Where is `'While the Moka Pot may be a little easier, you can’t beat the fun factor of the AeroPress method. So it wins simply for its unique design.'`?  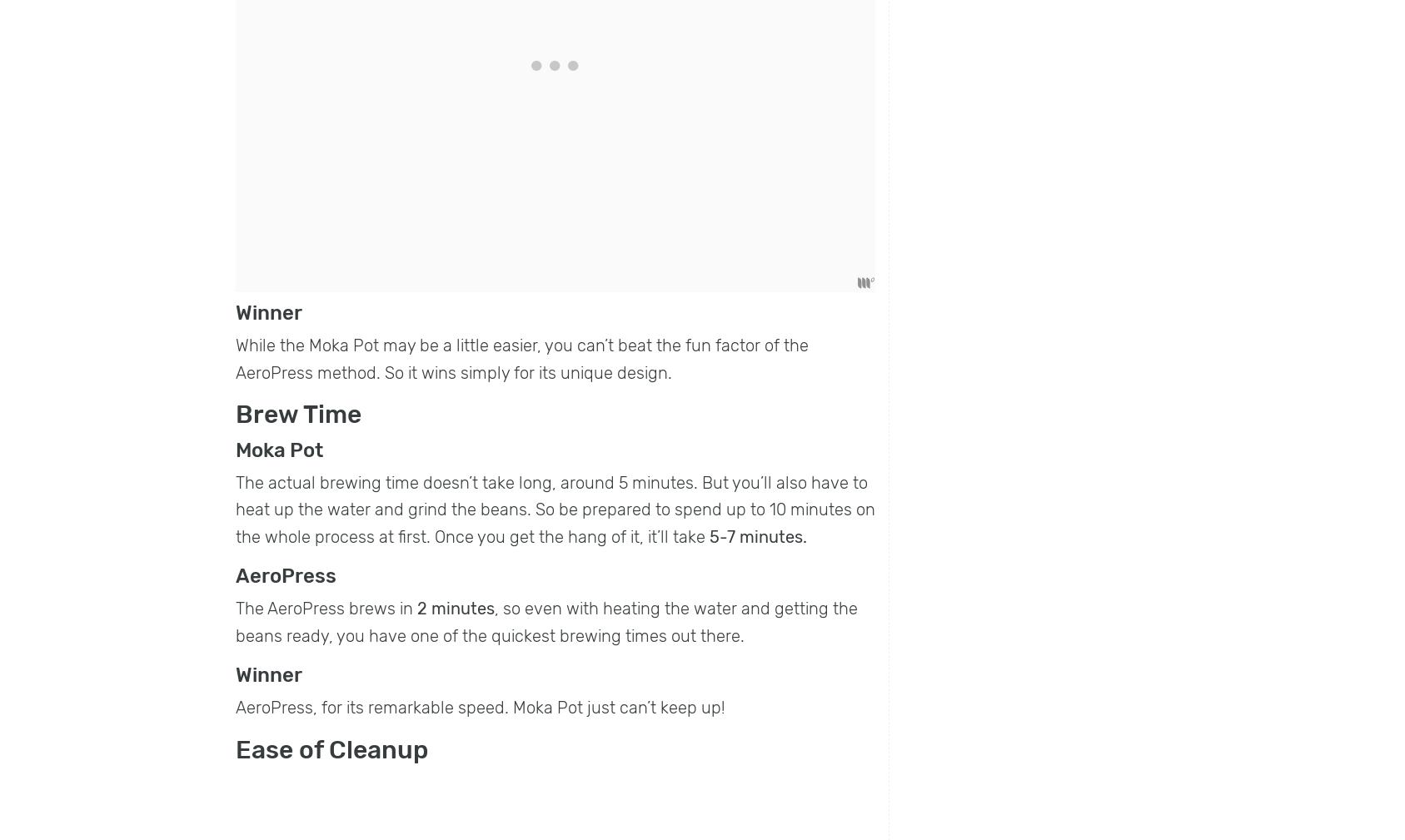 'While the Moka Pot may be a little easier, you can’t beat the fun factor of the AeroPress method. So it wins simply for its unique design.' is located at coordinates (522, 358).